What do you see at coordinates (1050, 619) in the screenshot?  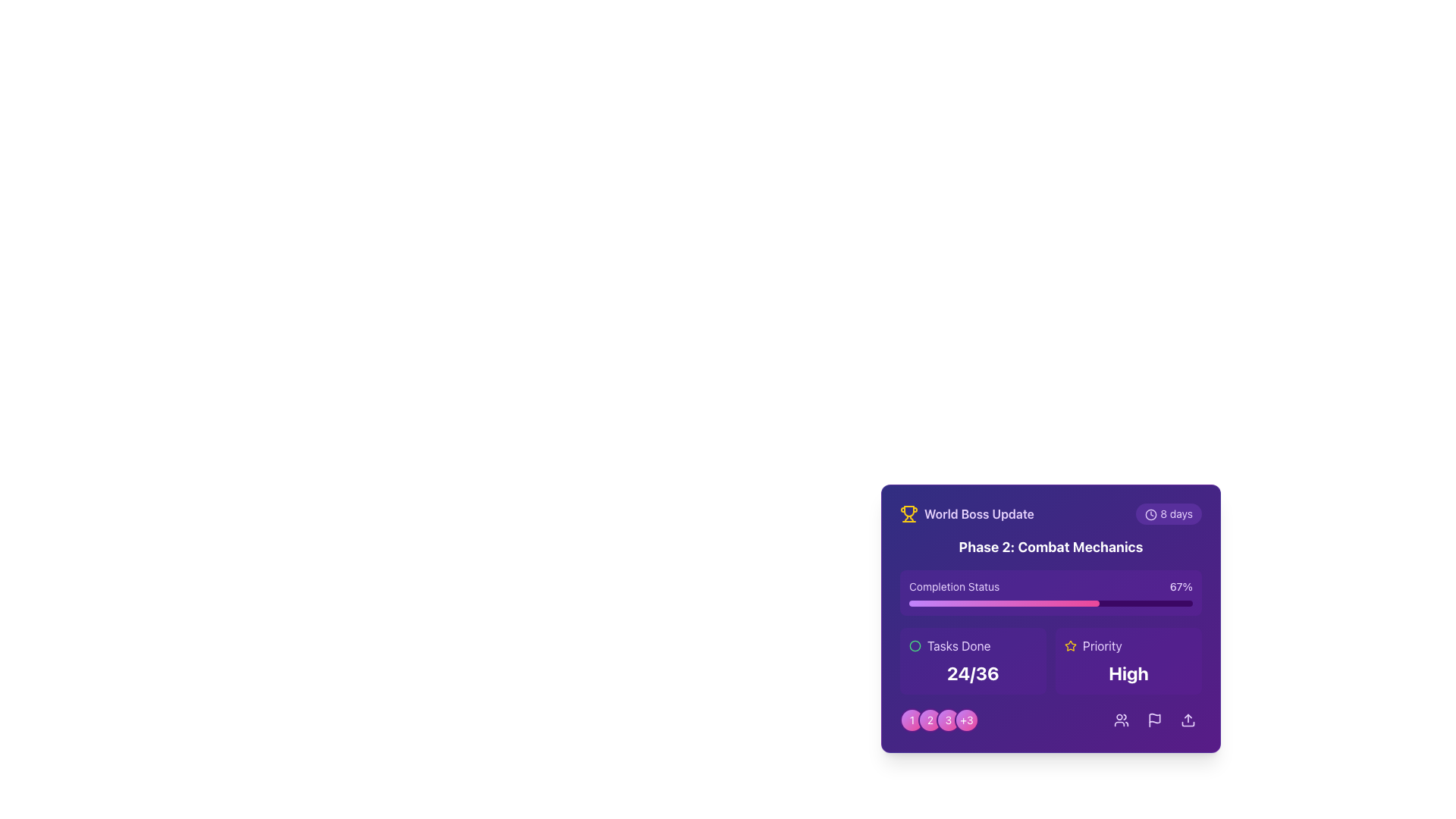 I see `information displayed on the Dashboard summary card titled 'World Boss Update' with a subtitle 'Phase 2: Combat Mechanics', located in the bottom right quarter of the interface` at bounding box center [1050, 619].